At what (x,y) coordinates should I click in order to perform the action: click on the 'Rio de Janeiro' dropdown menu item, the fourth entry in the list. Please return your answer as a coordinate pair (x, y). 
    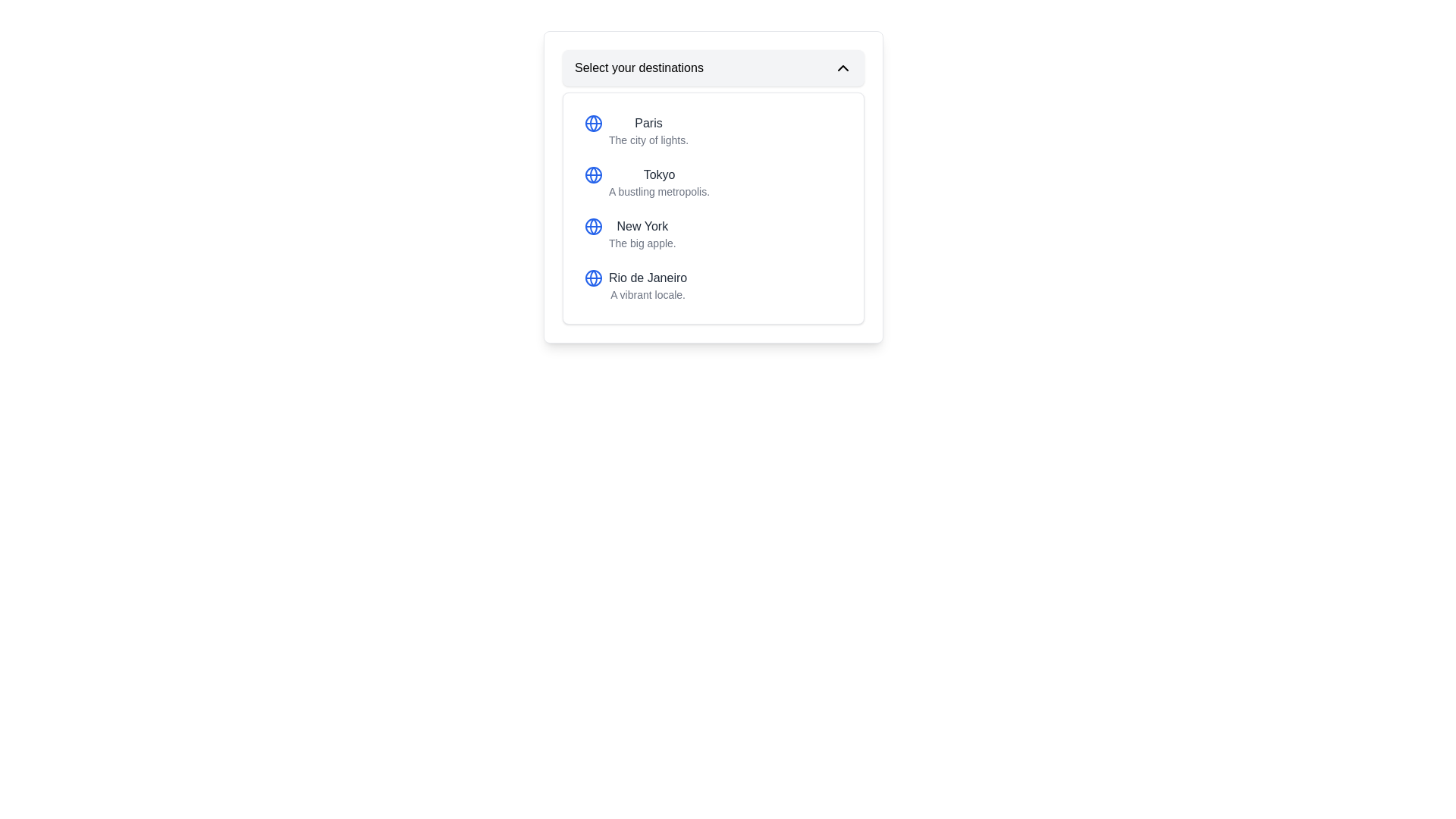
    Looking at the image, I should click on (635, 286).